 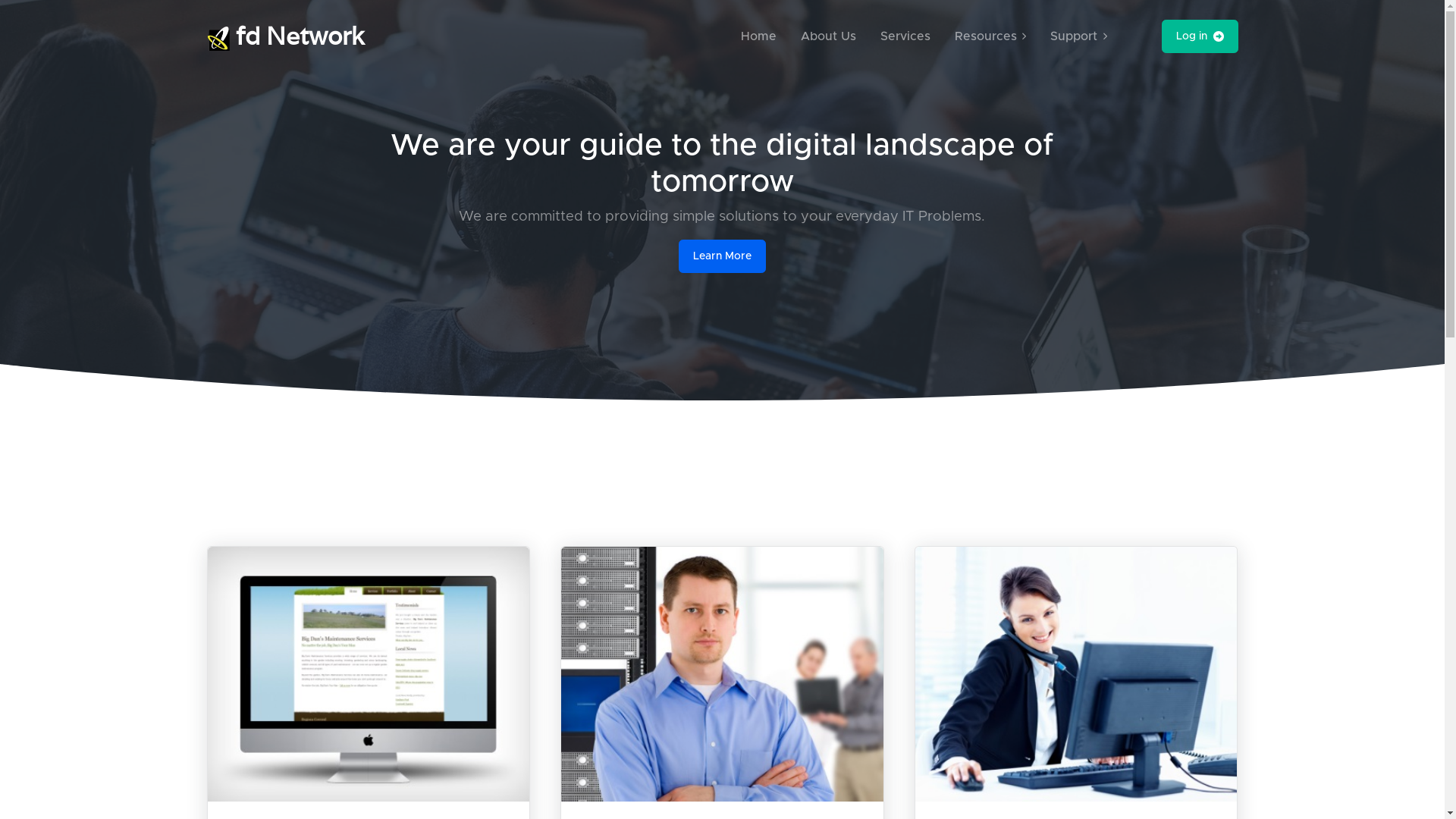 What do you see at coordinates (1043, 35) in the screenshot?
I see `'Support'` at bounding box center [1043, 35].